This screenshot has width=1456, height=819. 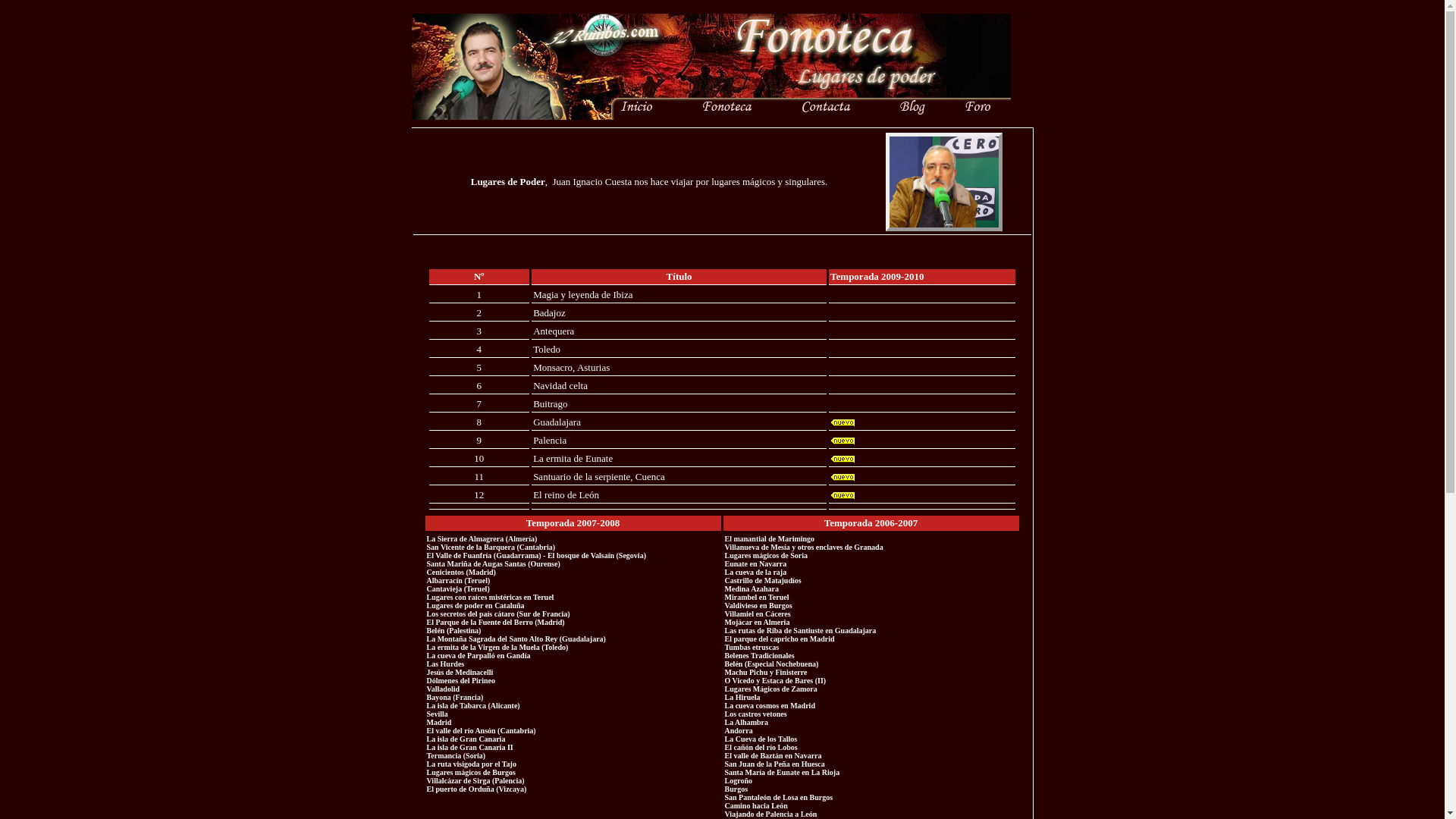 I want to click on 'La ruta visigoda por el Tajo      ', so click(x=475, y=764).